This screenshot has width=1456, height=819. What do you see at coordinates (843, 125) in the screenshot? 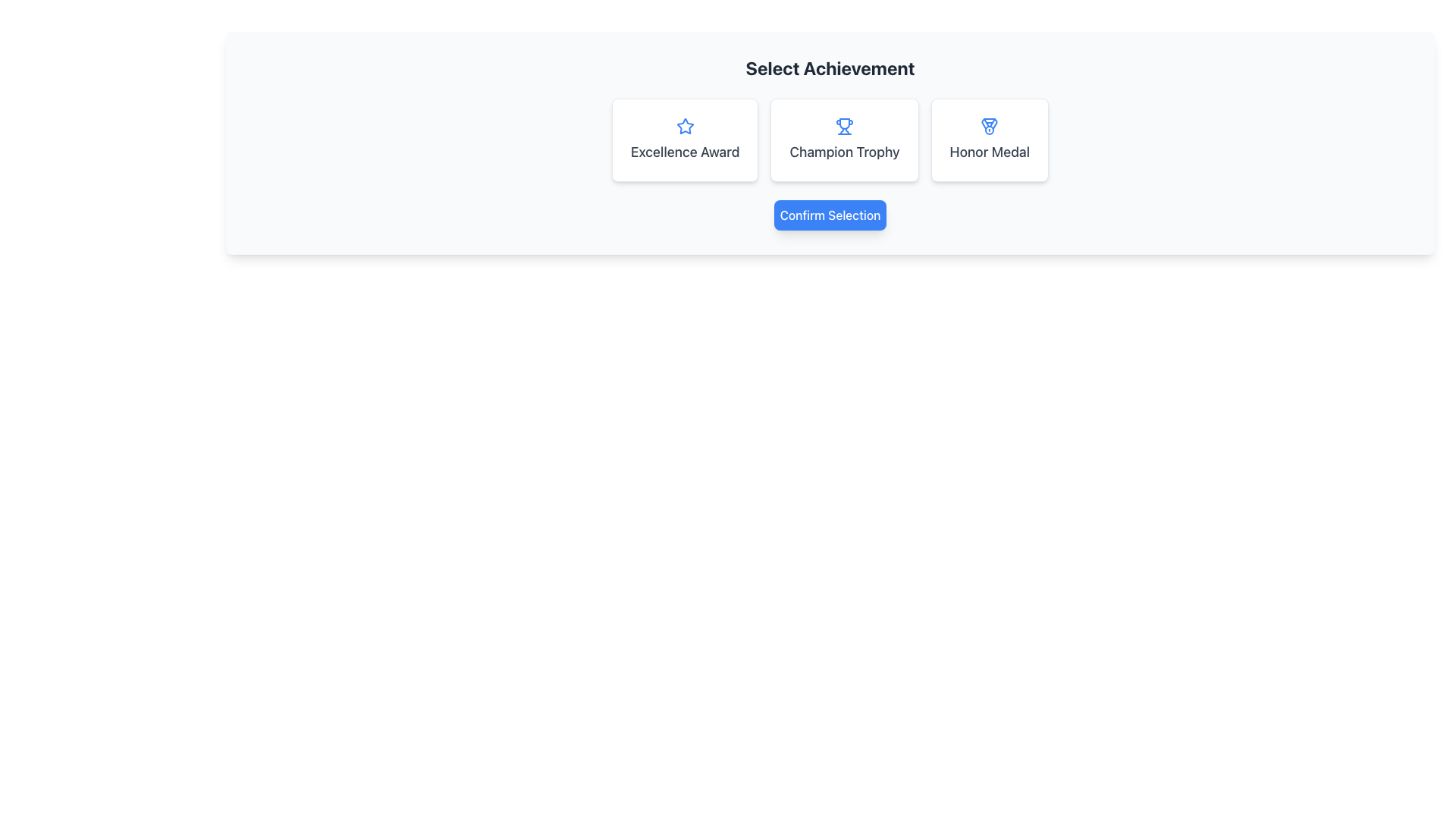
I see `the blue trophy icon located above the text 'Champion Trophy' in the second option of the 'Select Achievement' selection area` at bounding box center [843, 125].